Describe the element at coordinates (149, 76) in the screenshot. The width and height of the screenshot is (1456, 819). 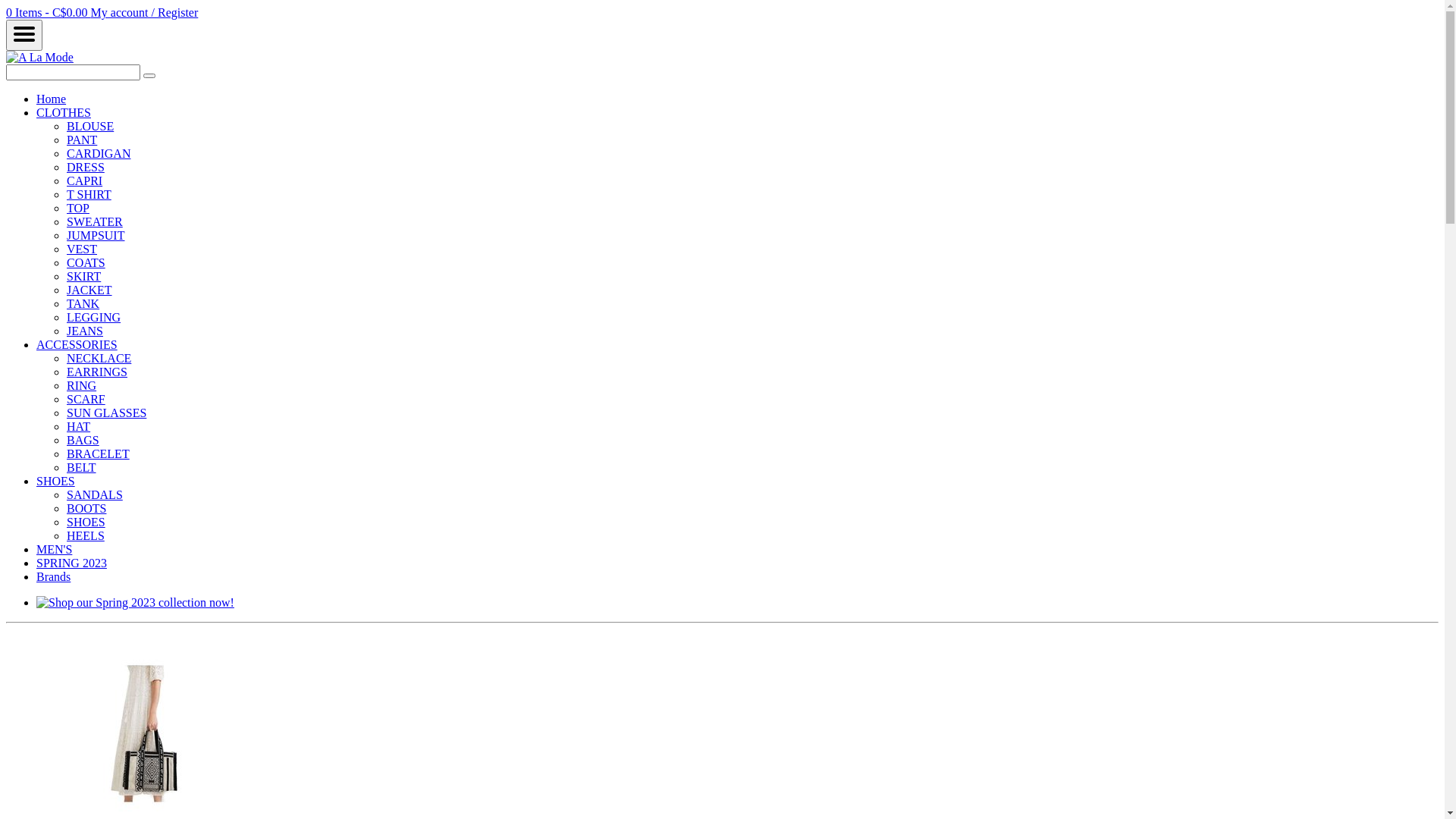
I see `'Search'` at that location.